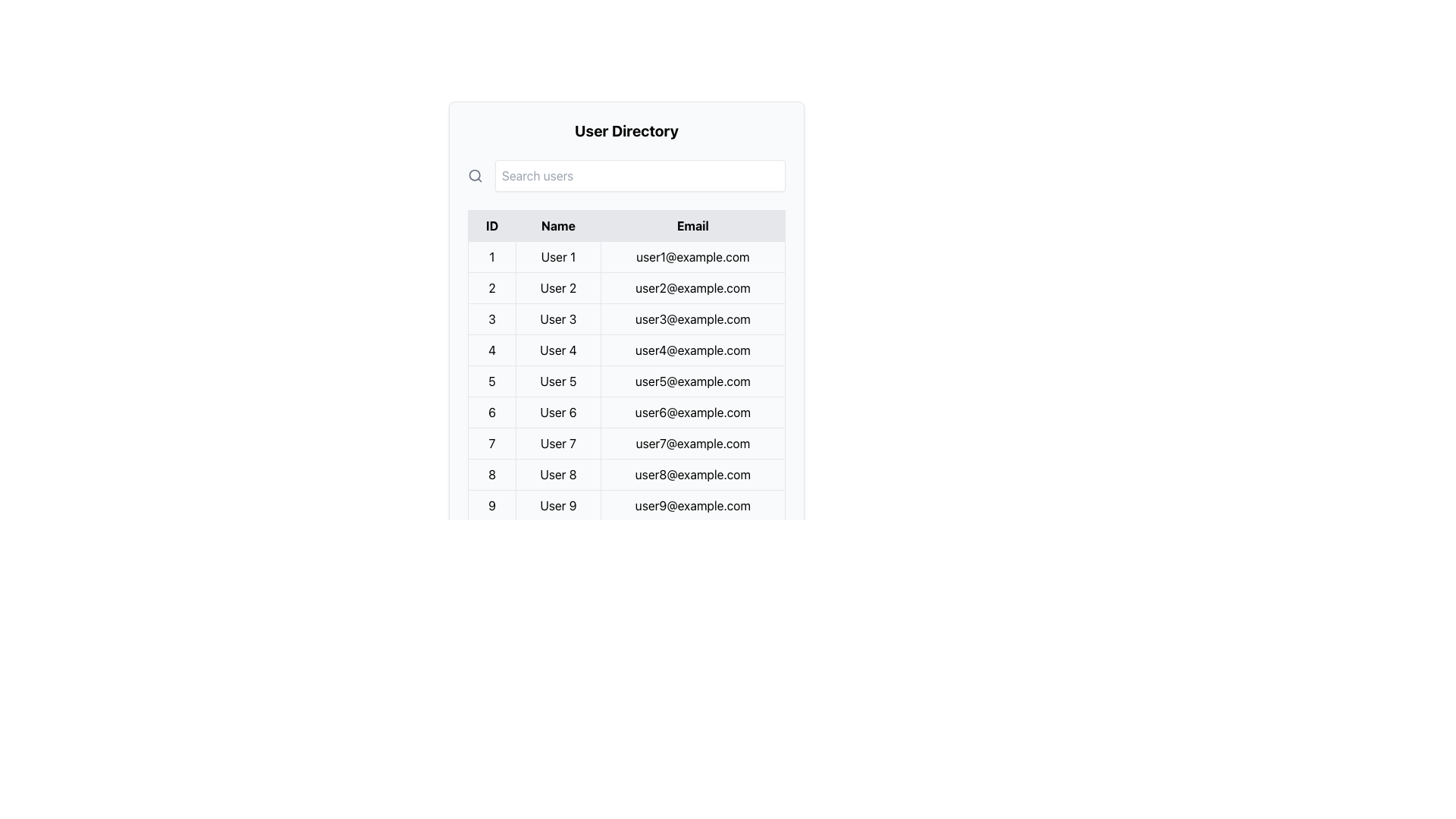 Image resolution: width=1456 pixels, height=819 pixels. What do you see at coordinates (491, 318) in the screenshot?
I see `the table cell in the third row under the 'ID' column, which contains the text '3'` at bounding box center [491, 318].